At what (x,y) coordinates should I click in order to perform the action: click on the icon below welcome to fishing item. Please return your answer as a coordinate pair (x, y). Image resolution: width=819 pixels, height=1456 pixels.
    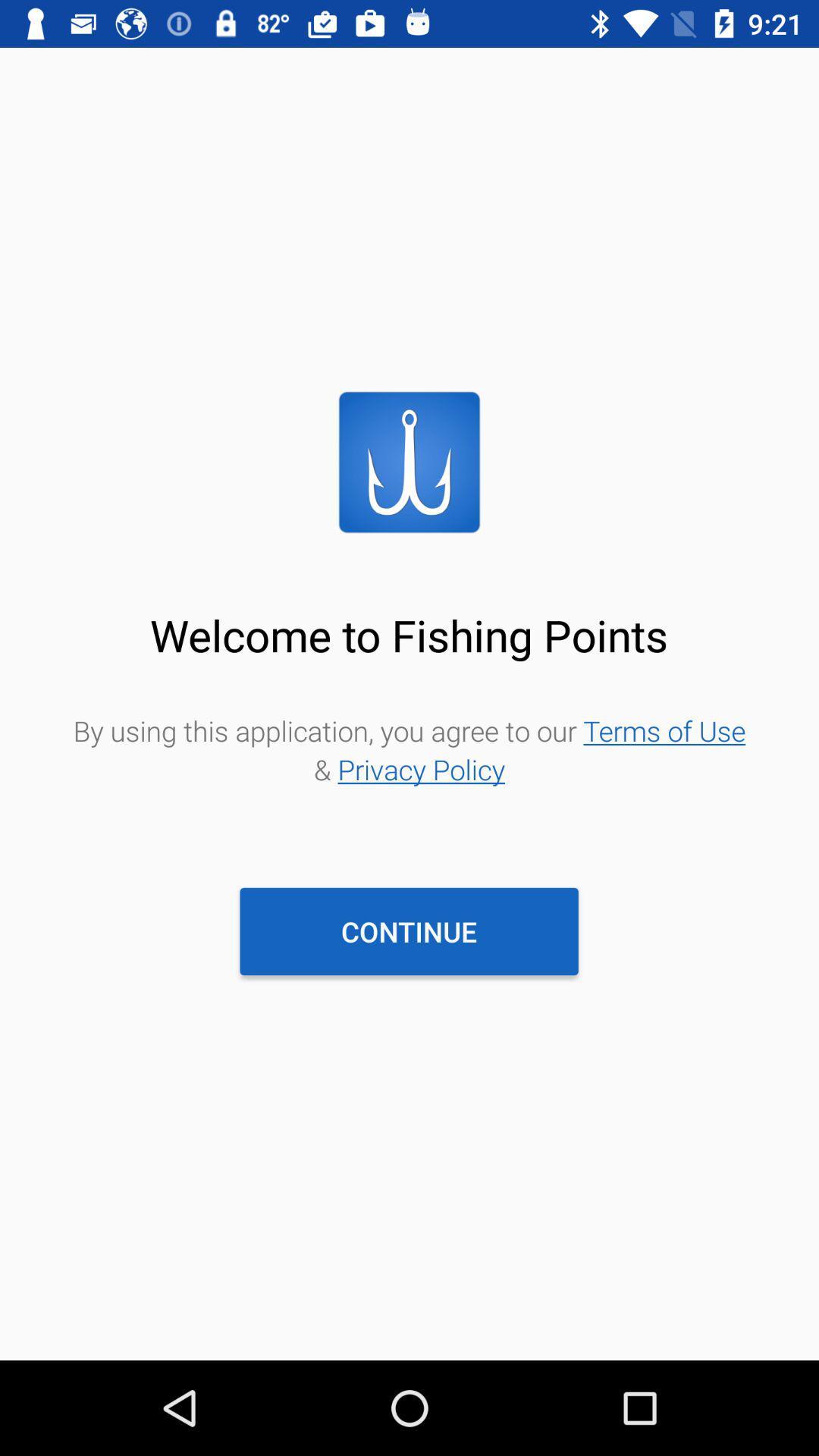
    Looking at the image, I should click on (409, 750).